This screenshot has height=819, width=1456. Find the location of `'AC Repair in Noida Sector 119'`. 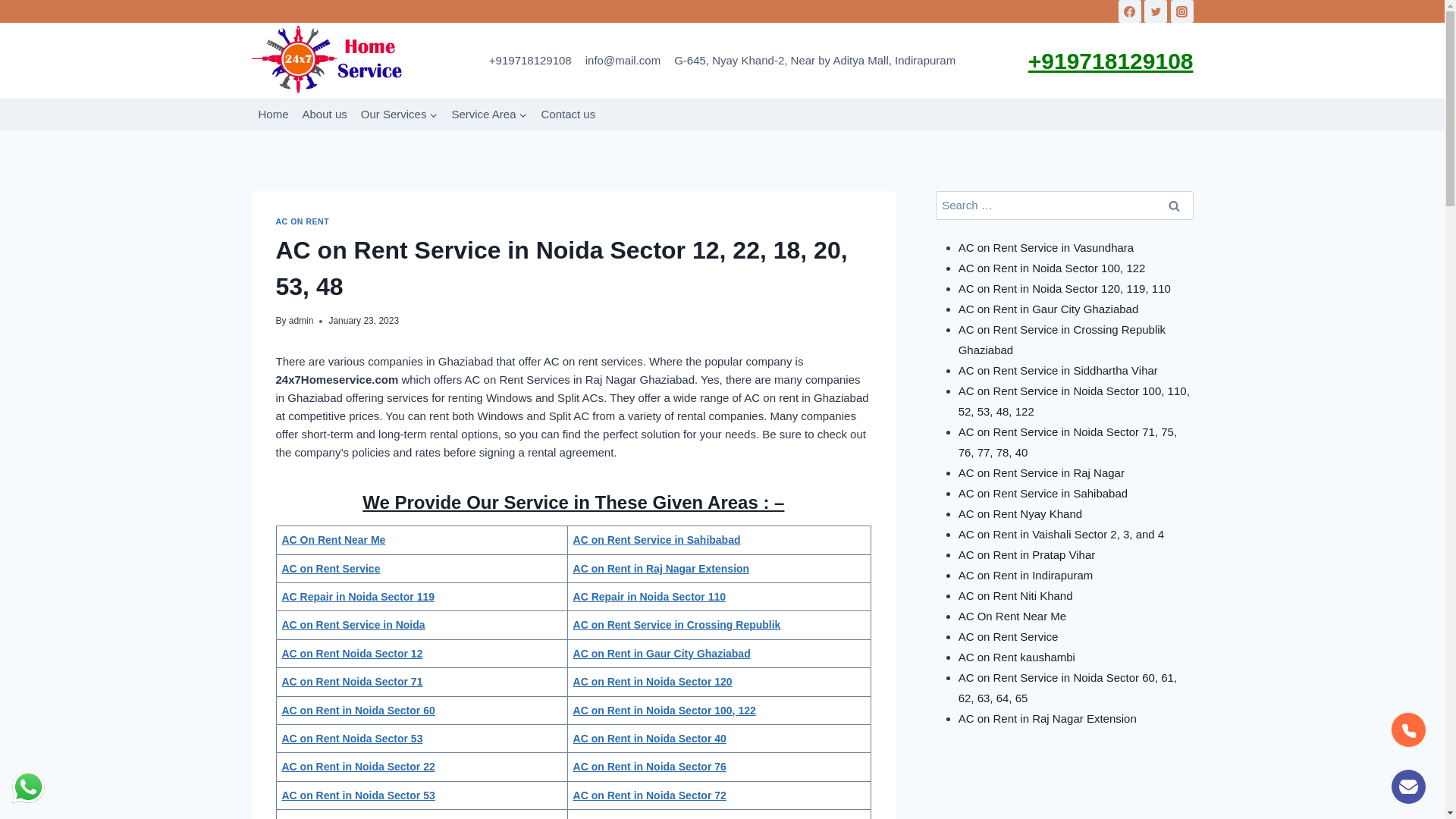

'AC Repair in Noida Sector 119' is located at coordinates (358, 595).